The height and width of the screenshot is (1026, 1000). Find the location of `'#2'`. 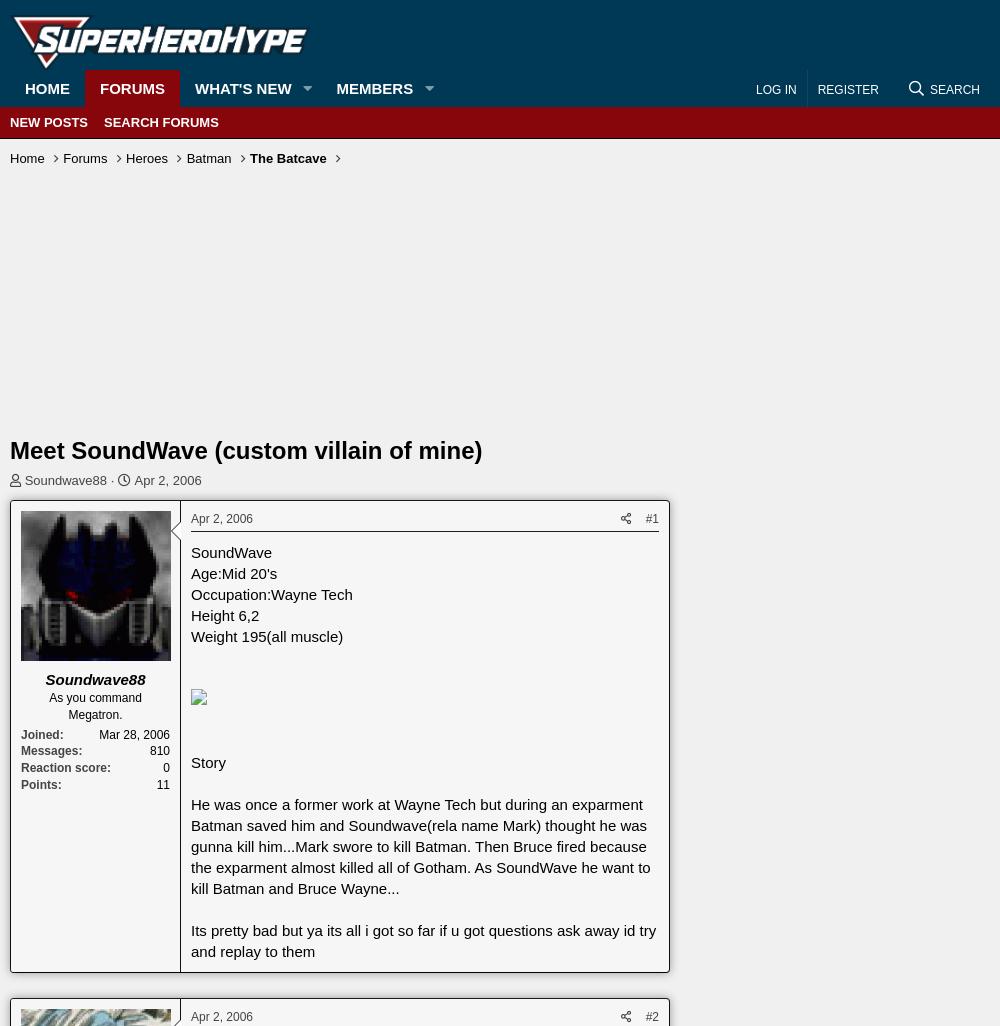

'#2' is located at coordinates (645, 1015).